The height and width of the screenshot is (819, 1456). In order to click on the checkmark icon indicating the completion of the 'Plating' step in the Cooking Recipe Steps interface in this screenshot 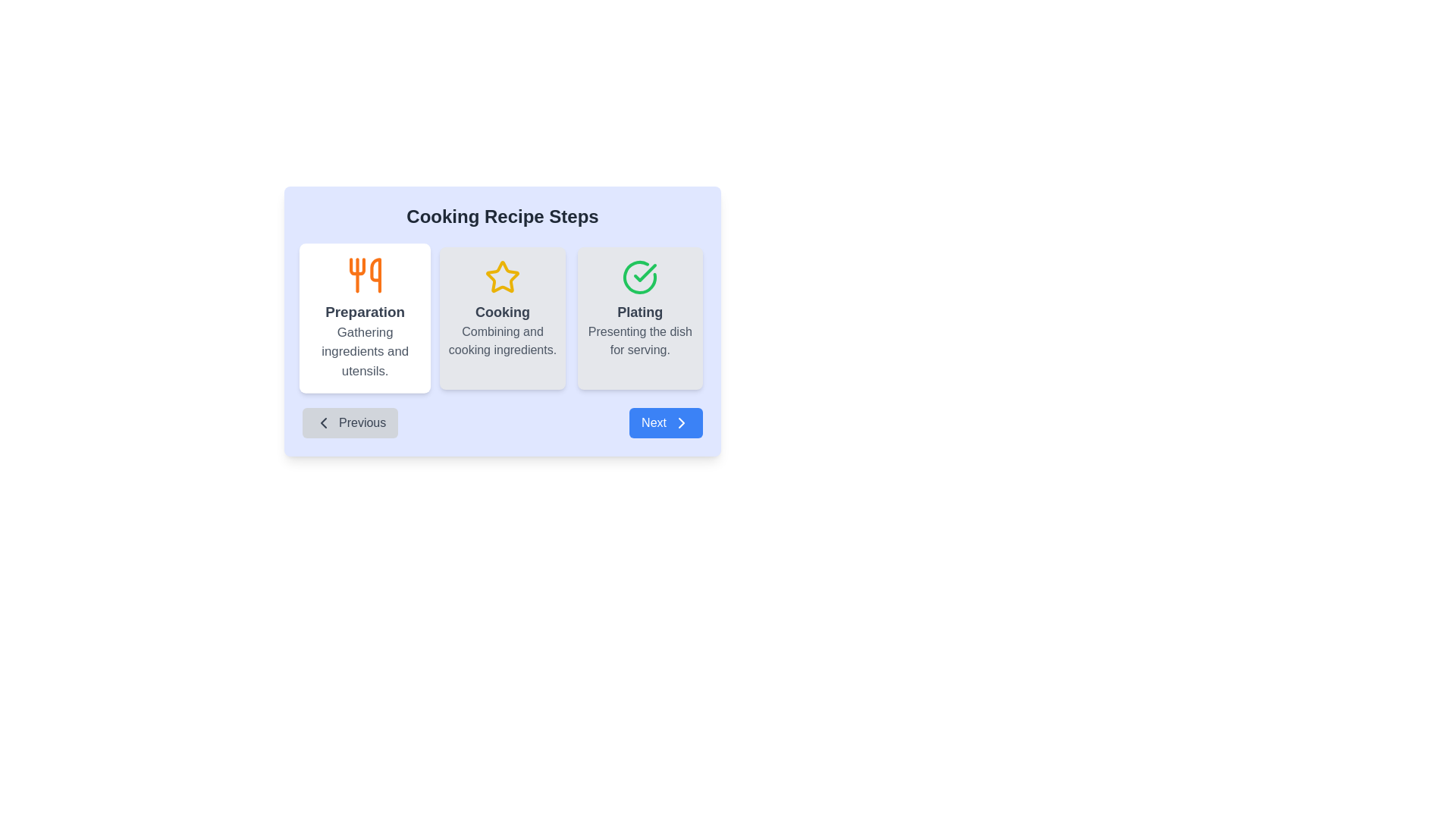, I will do `click(645, 271)`.